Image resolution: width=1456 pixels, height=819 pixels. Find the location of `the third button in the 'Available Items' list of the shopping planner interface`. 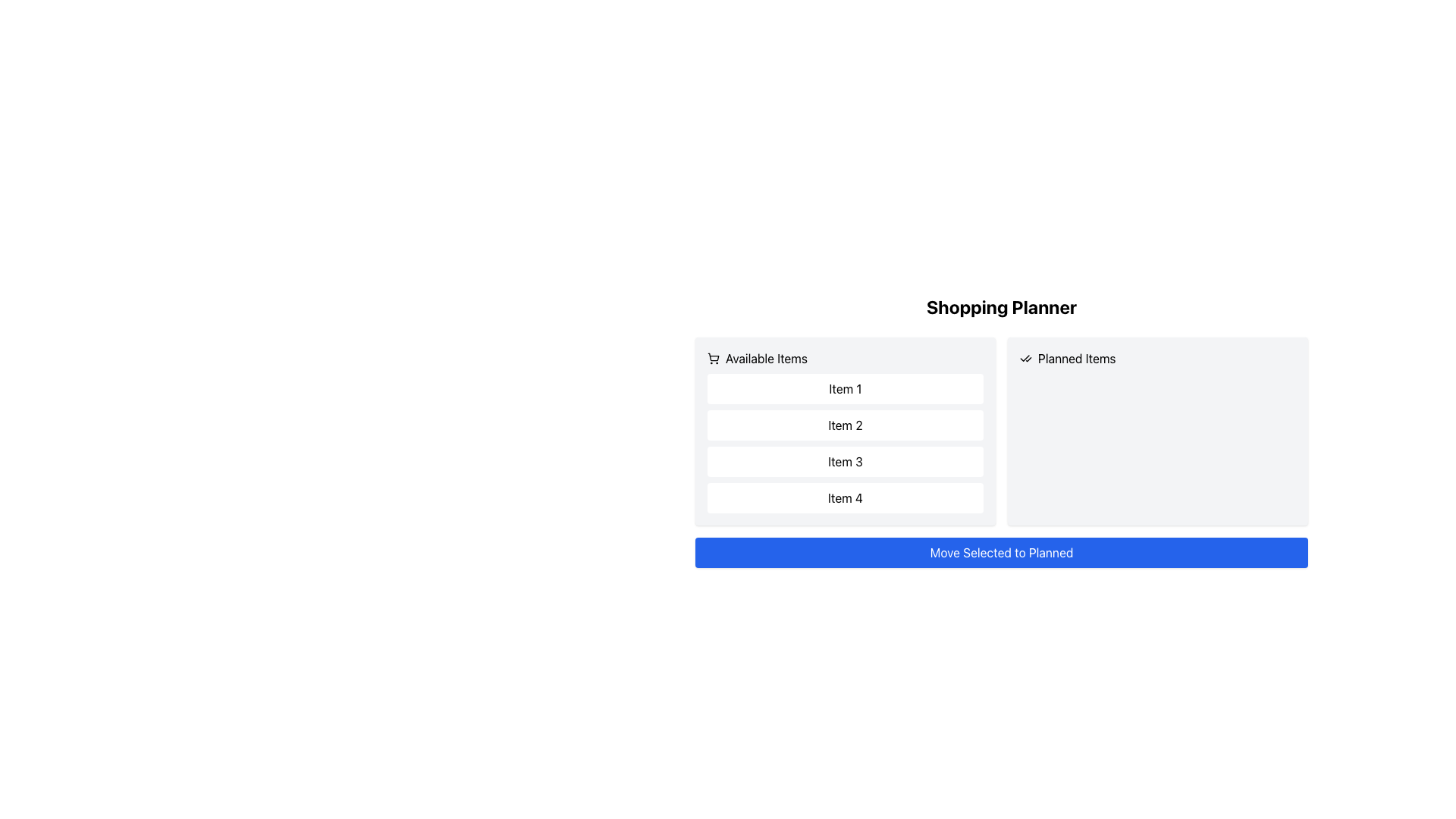

the third button in the 'Available Items' list of the shopping planner interface is located at coordinates (844, 461).